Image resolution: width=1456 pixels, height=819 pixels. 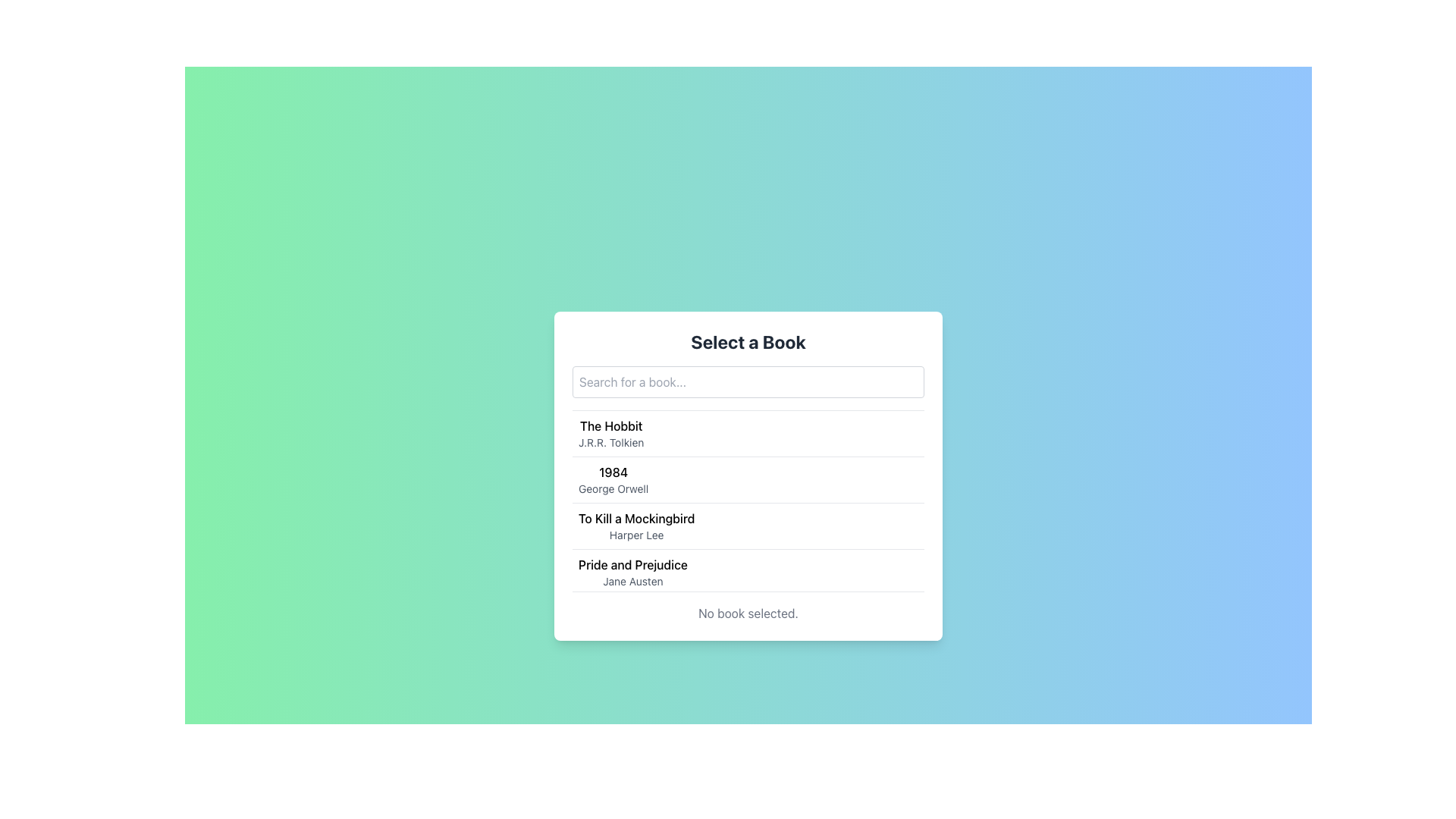 I want to click on the first list item displaying the book title and author, so click(x=611, y=433).